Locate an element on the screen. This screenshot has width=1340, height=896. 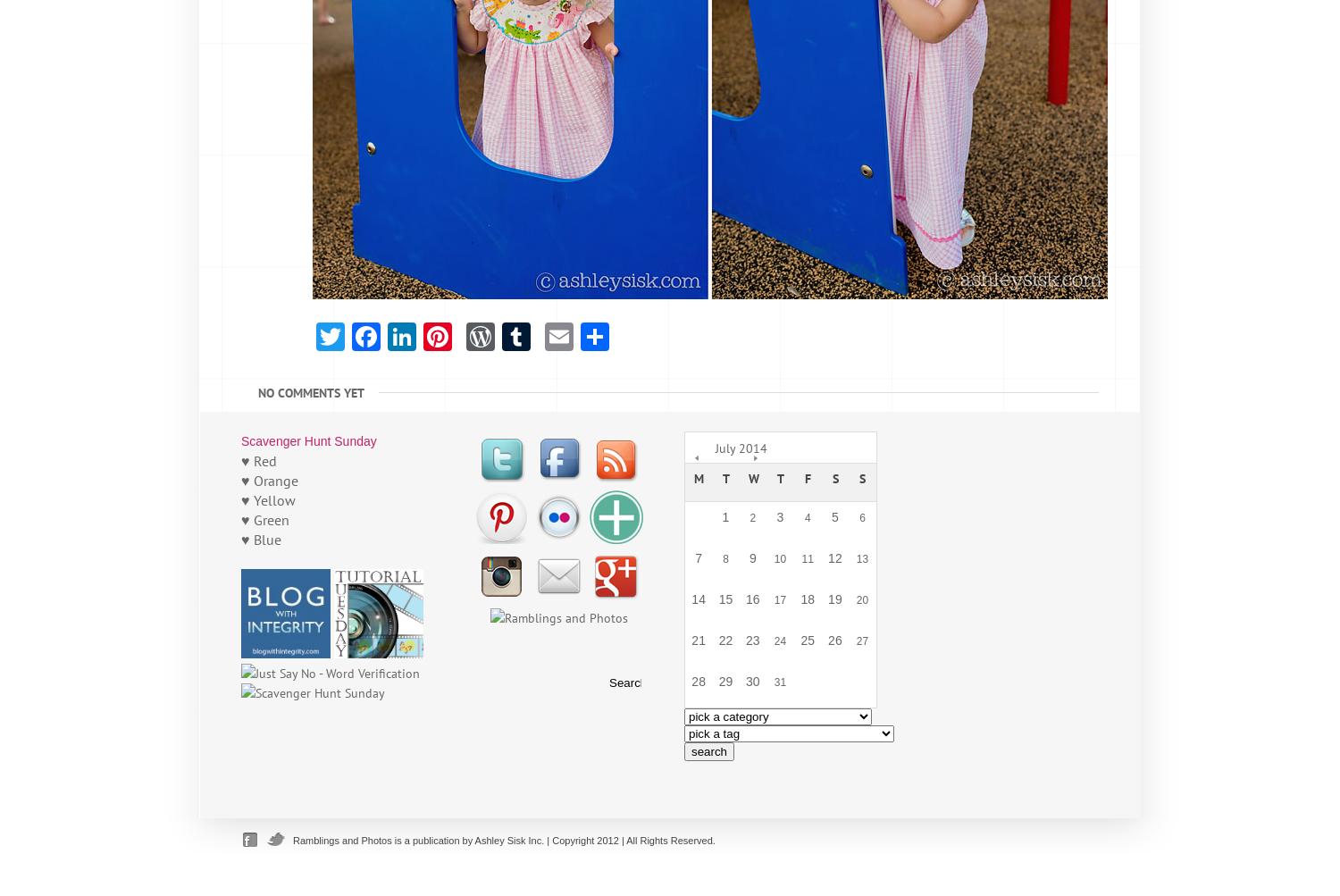
'Ramblings and Photos is a publication by Ashley Sisk Inc. | Copyright 2012 | All Rights Reserved.' is located at coordinates (503, 840).